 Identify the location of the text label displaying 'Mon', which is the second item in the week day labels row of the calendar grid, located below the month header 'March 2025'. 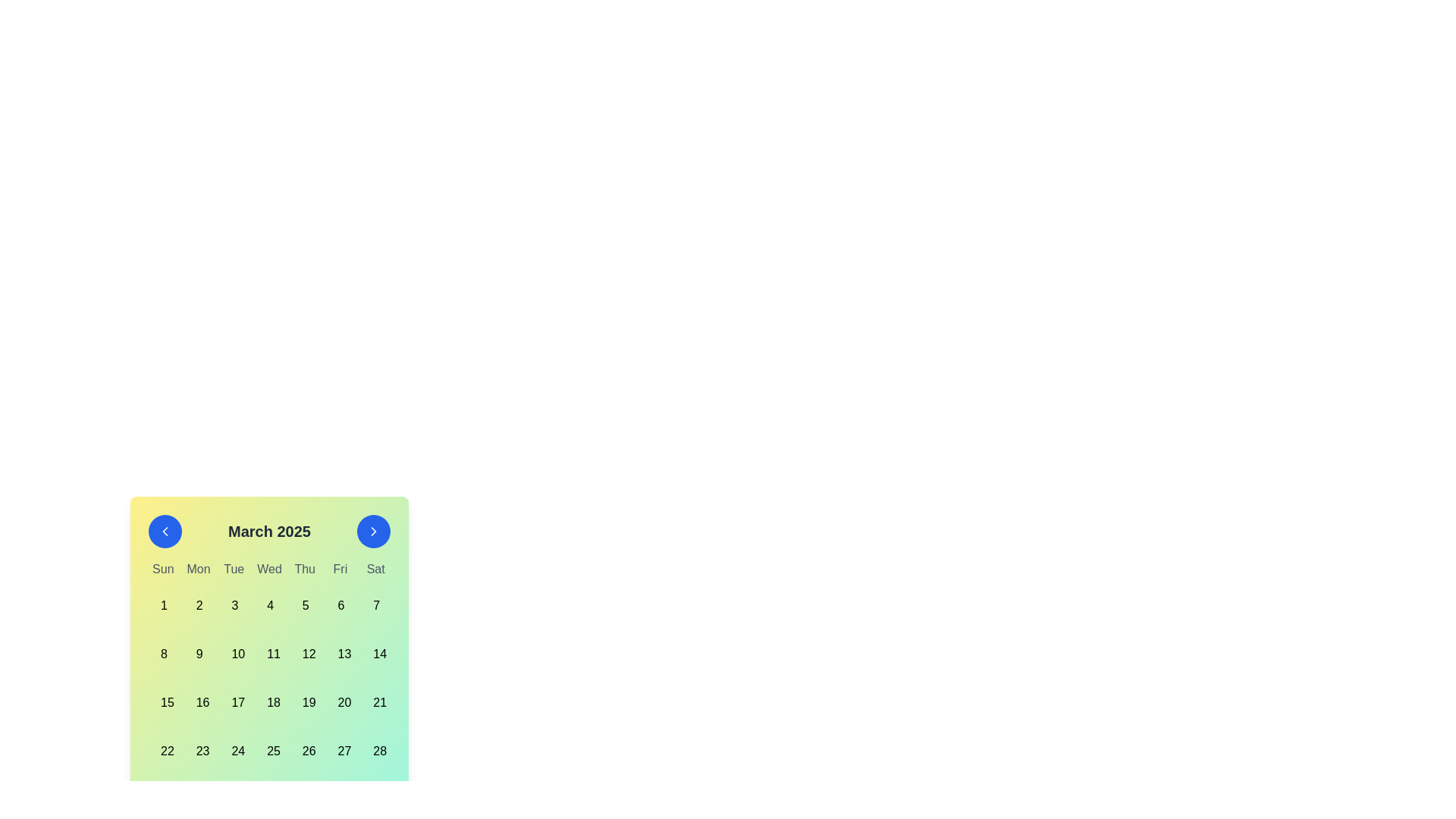
(198, 570).